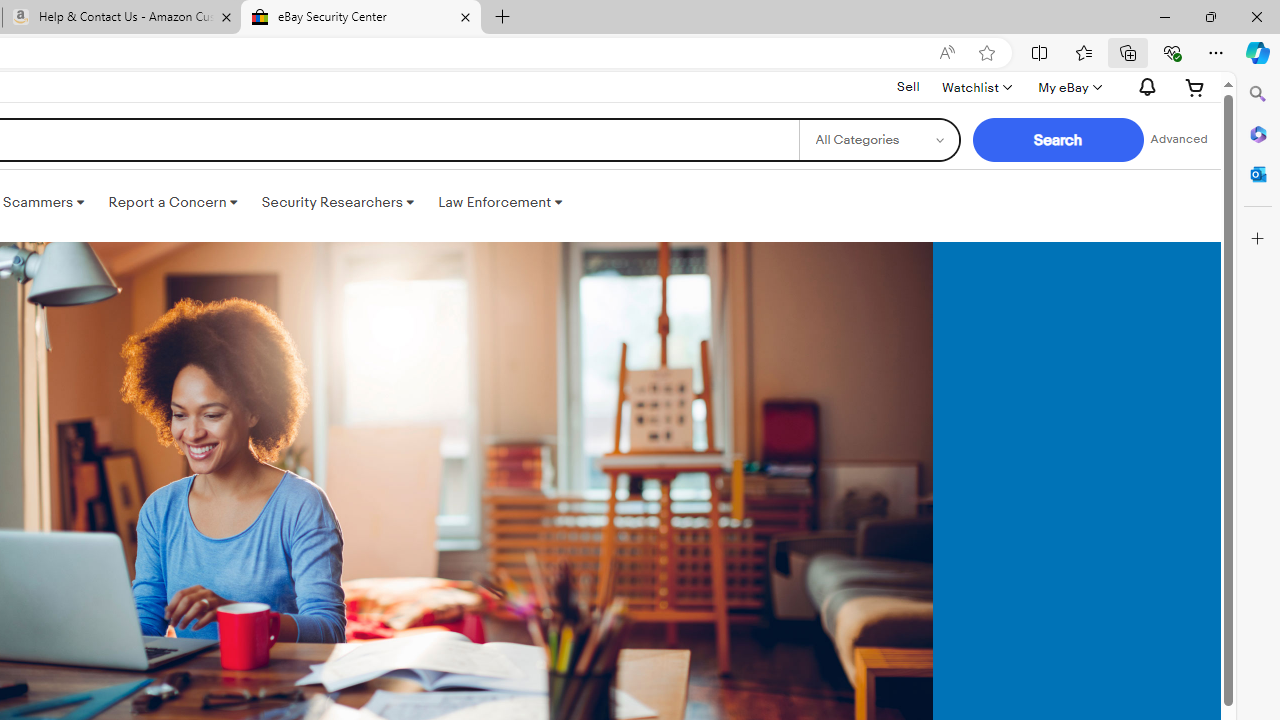  Describe the element at coordinates (1067, 86) in the screenshot. I see `'My eBay'` at that location.